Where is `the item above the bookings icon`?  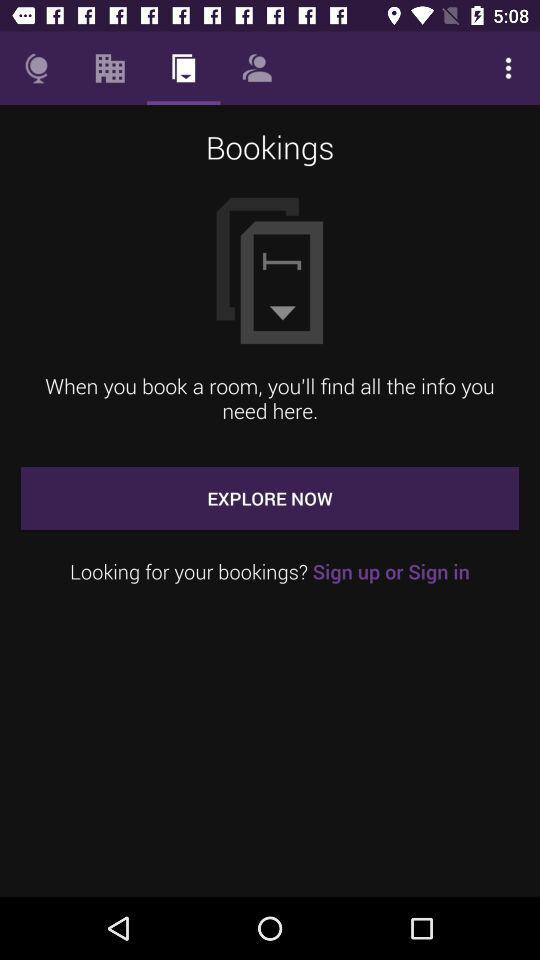 the item above the bookings icon is located at coordinates (110, 68).